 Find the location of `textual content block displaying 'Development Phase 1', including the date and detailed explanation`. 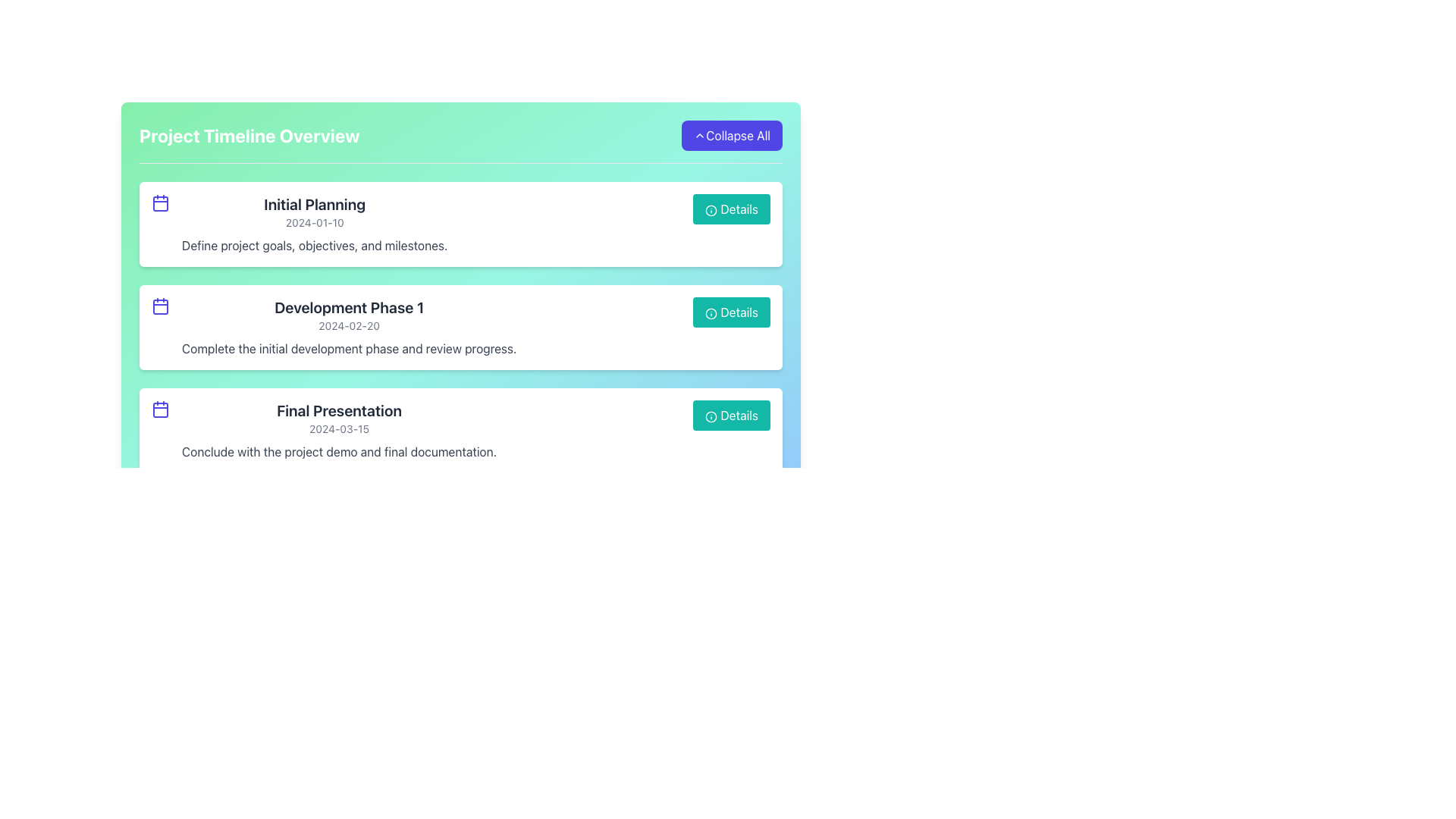

textual content block displaying 'Development Phase 1', including the date and detailed explanation is located at coordinates (348, 327).